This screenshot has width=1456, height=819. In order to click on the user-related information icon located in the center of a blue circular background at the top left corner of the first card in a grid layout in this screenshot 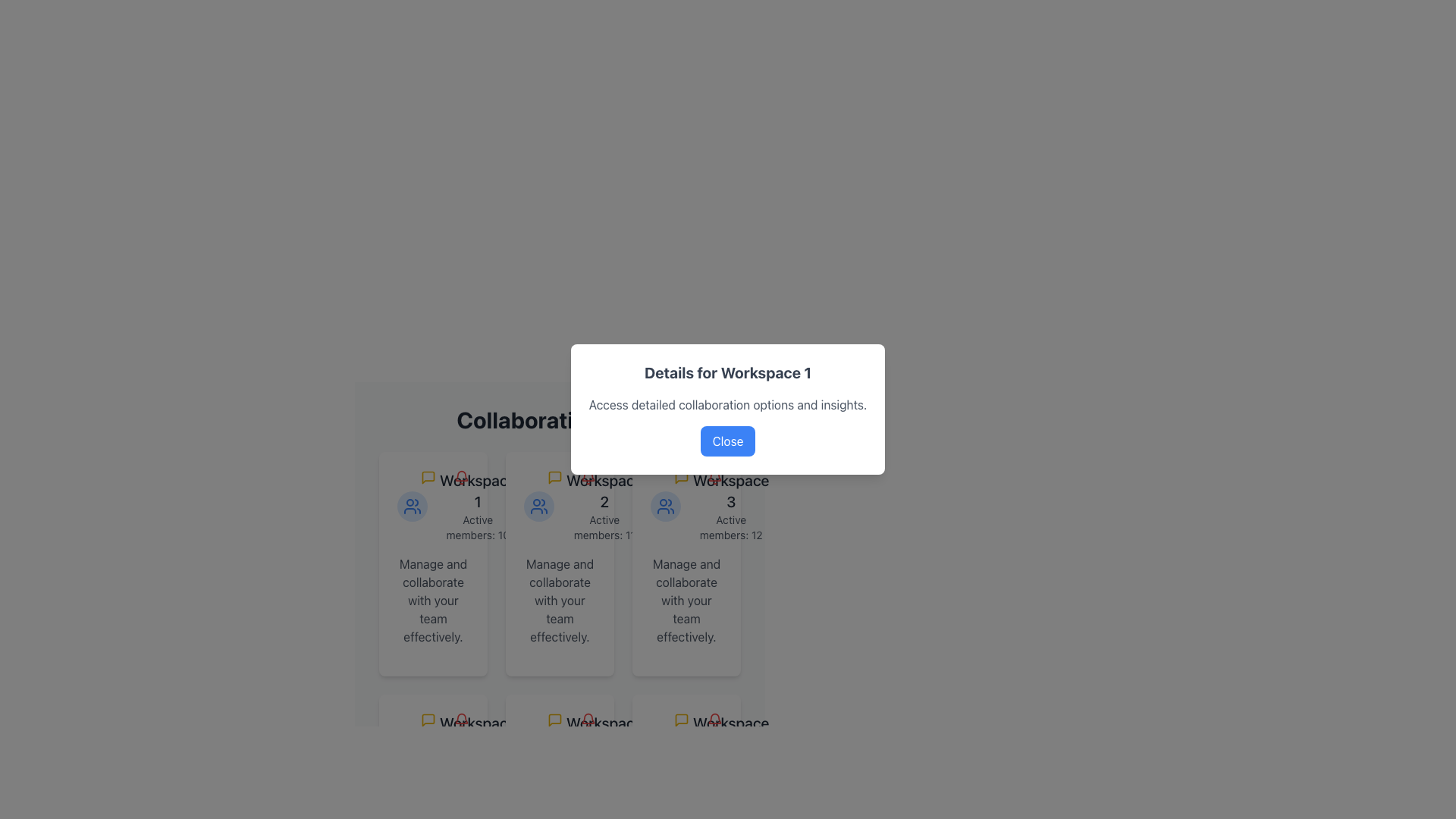, I will do `click(412, 506)`.